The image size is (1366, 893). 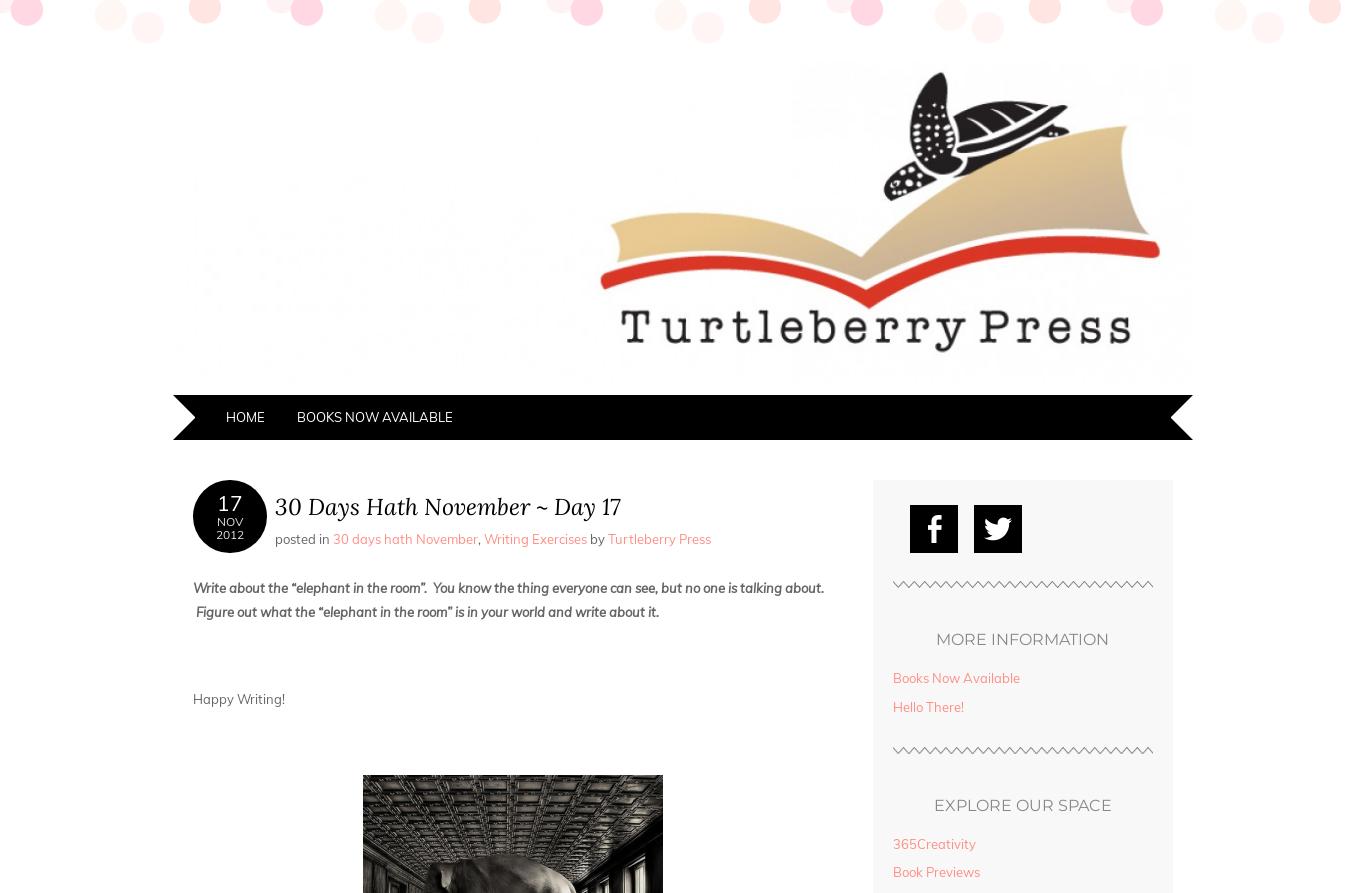 What do you see at coordinates (192, 599) in the screenshot?
I see `'Write about the “elephant in the room”.  You know the thing everyone can see, but no one is talking about.  Figure out what the “elephant in the room” is in your world and write about it.'` at bounding box center [192, 599].